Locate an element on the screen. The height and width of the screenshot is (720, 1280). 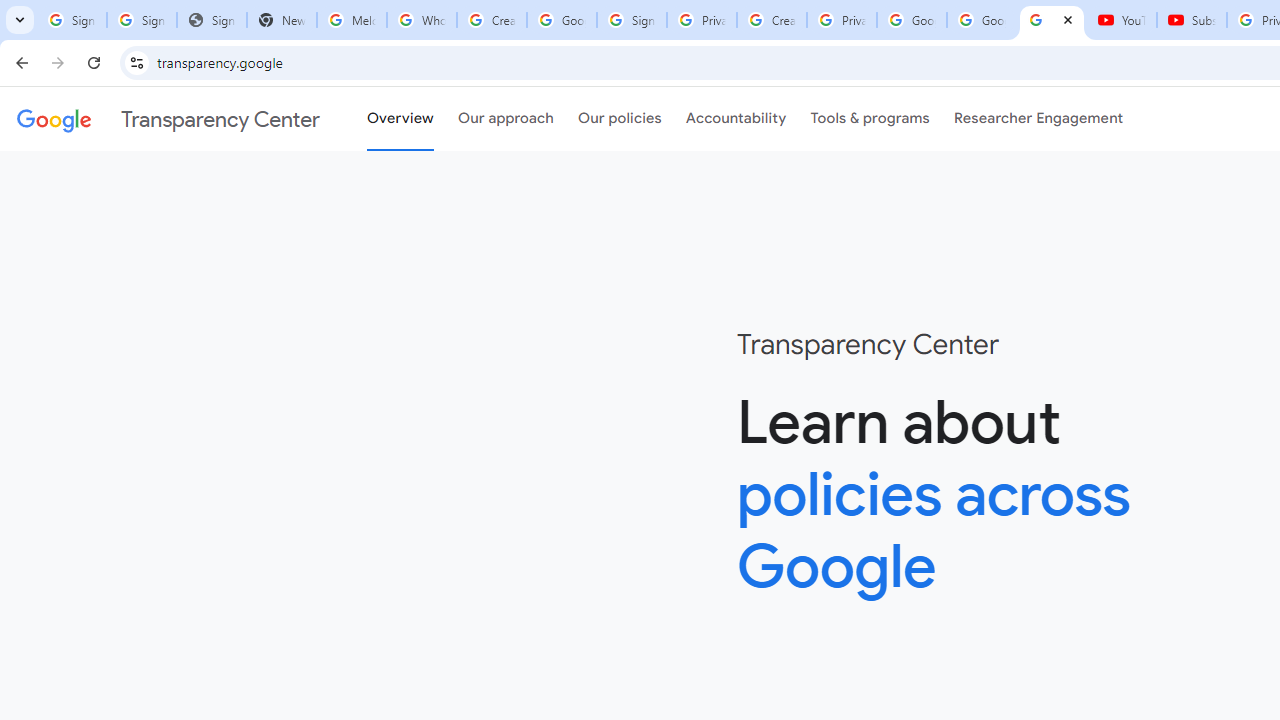
'Our policies' is located at coordinates (619, 119).